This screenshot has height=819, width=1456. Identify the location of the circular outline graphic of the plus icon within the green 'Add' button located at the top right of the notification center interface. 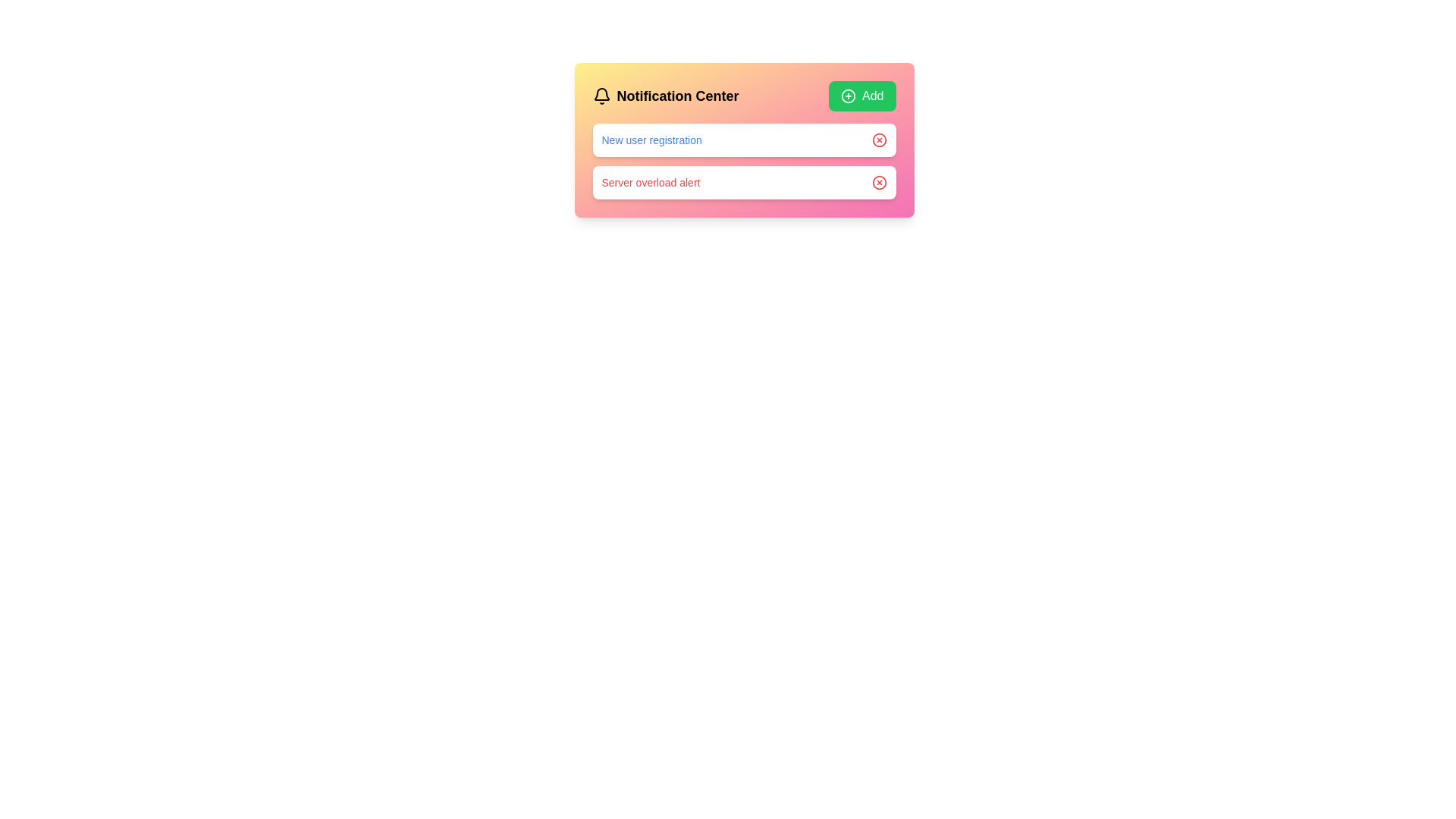
(847, 96).